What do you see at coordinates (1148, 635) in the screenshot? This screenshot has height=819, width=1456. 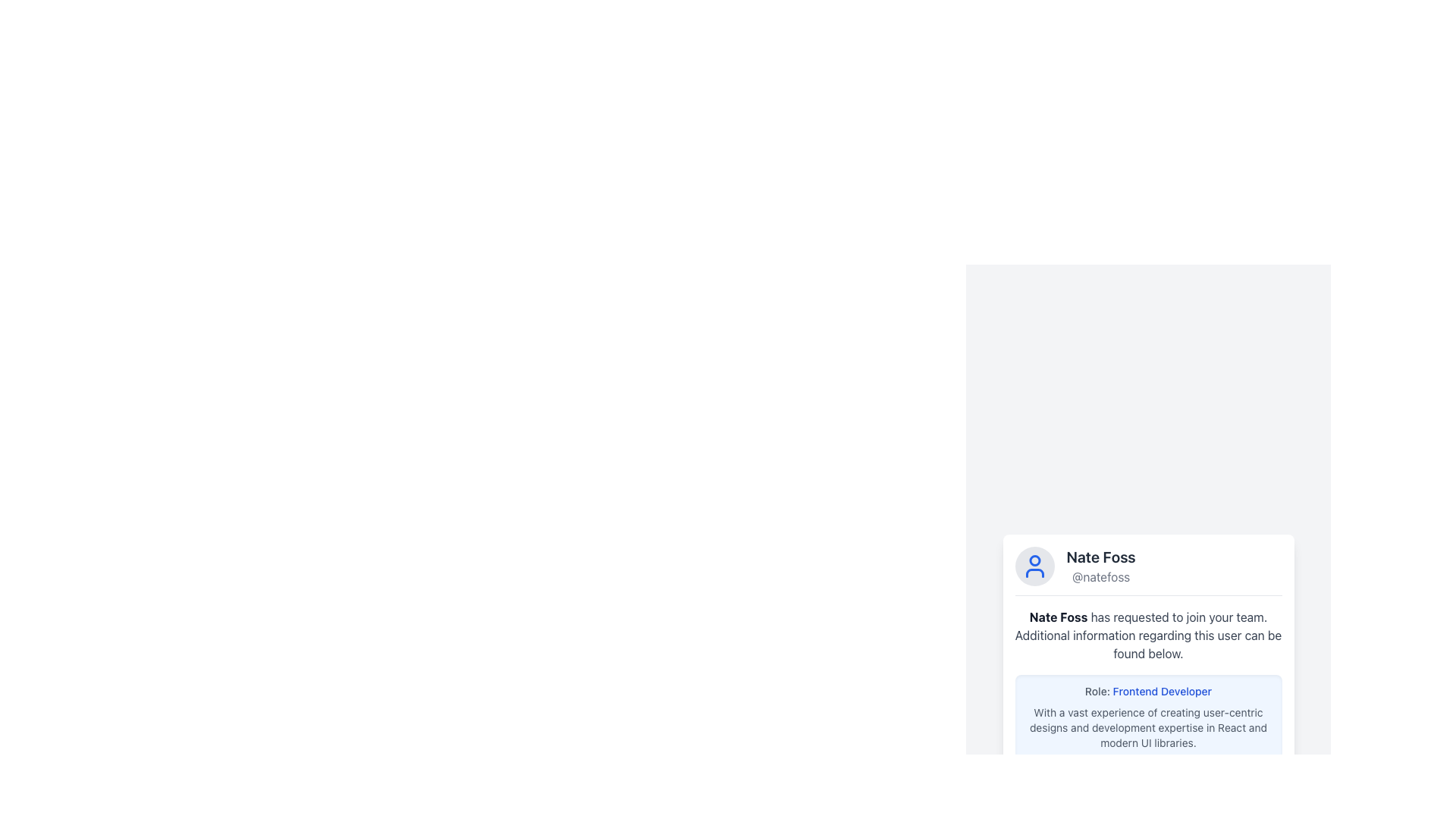 I see `the text field that provides summary notifications regarding a user's request to join a team, located in the middle part of the user information card, below the username and above the 'Role' section` at bounding box center [1148, 635].